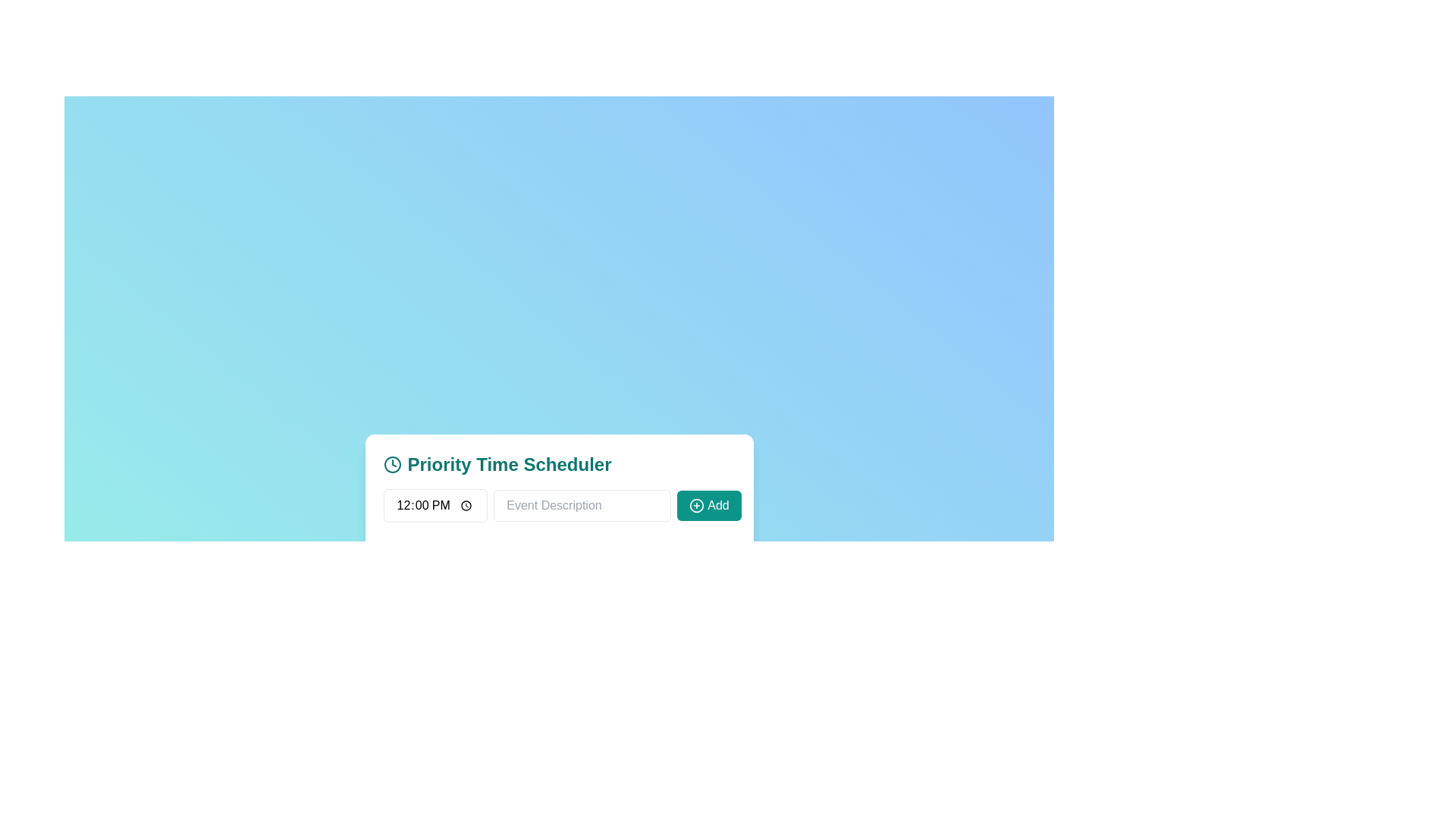 Image resolution: width=1456 pixels, height=819 pixels. What do you see at coordinates (435, 506) in the screenshot?
I see `the time input field displaying '12:00 PM' in bold text` at bounding box center [435, 506].